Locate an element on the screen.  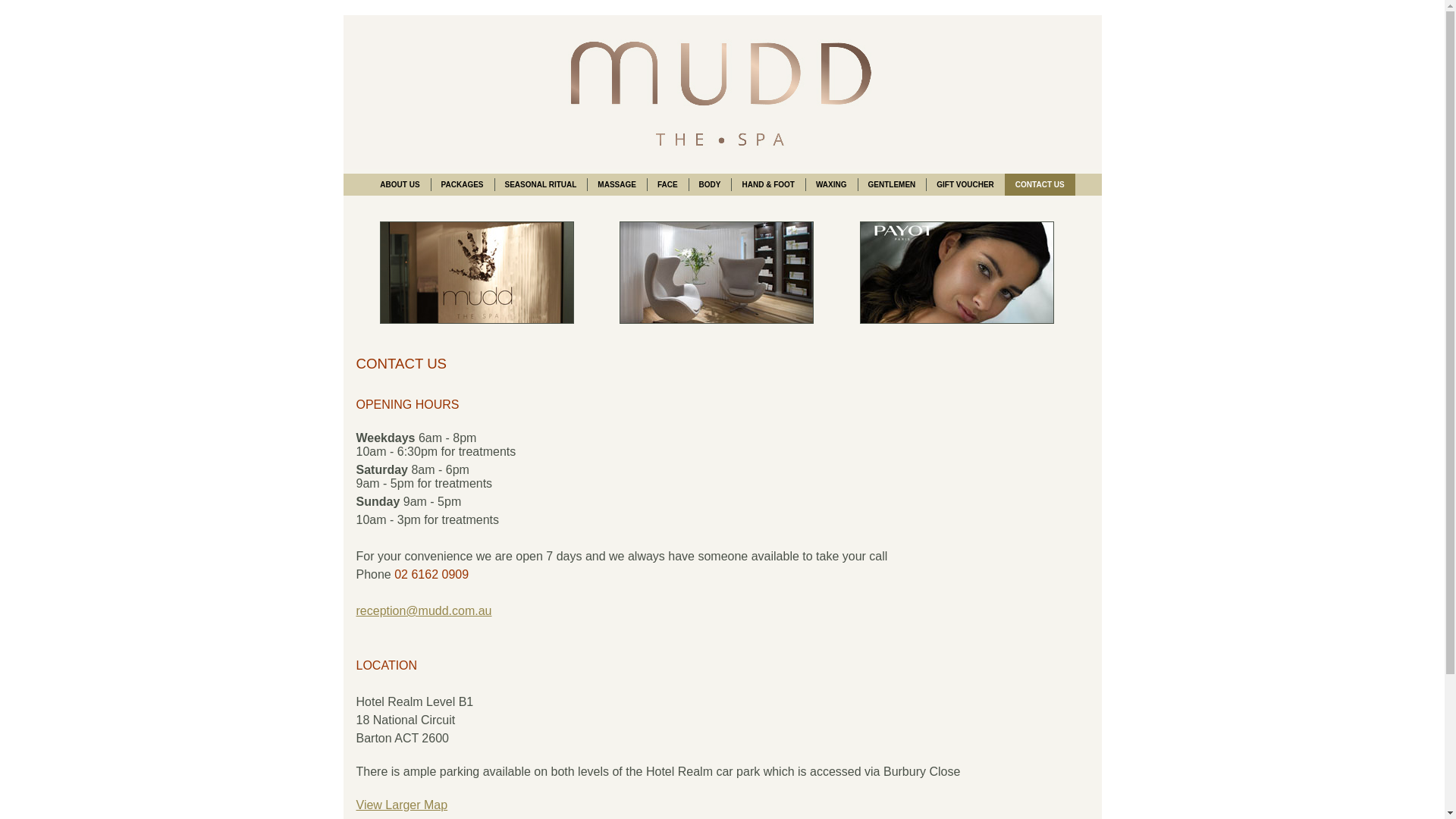
'CONTACT US' is located at coordinates (1039, 184).